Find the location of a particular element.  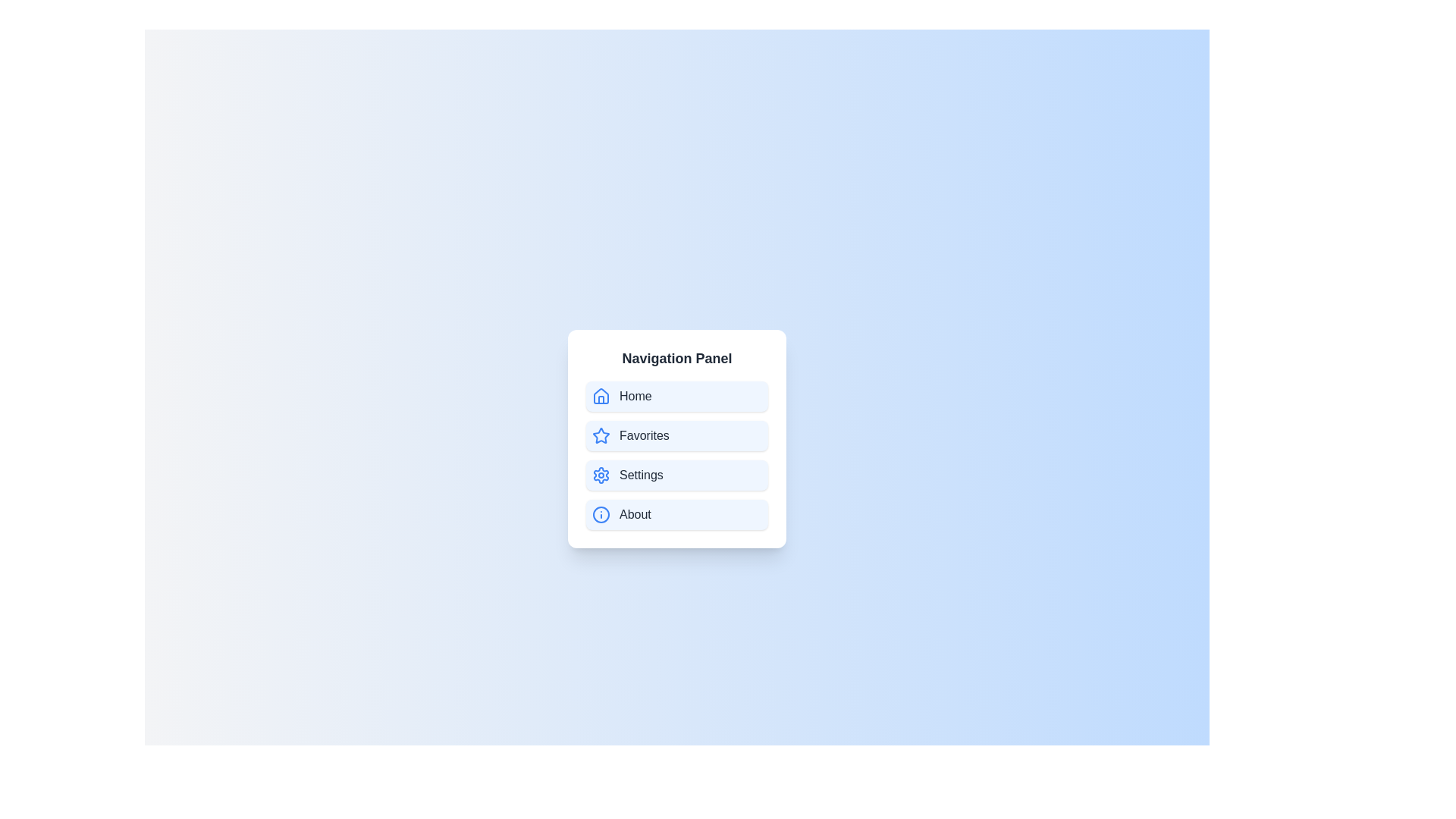

properties of the SVG house icon located in the vertical navigation menu, positioned to the left of the 'Home' label is located at coordinates (600, 394).